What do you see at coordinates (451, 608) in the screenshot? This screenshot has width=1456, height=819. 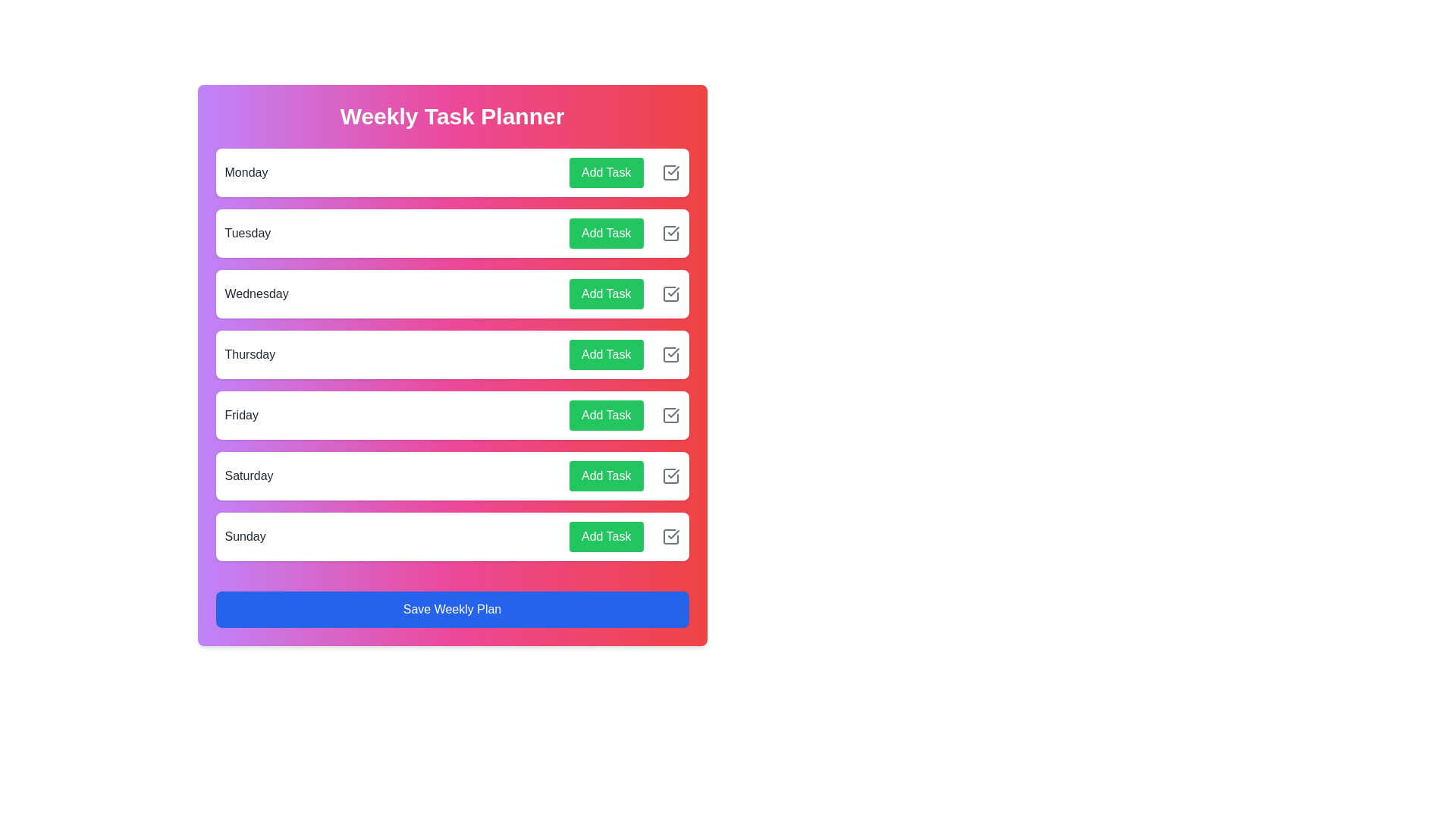 I see `the 'Save Weekly Plan' button to save the weekly plan` at bounding box center [451, 608].